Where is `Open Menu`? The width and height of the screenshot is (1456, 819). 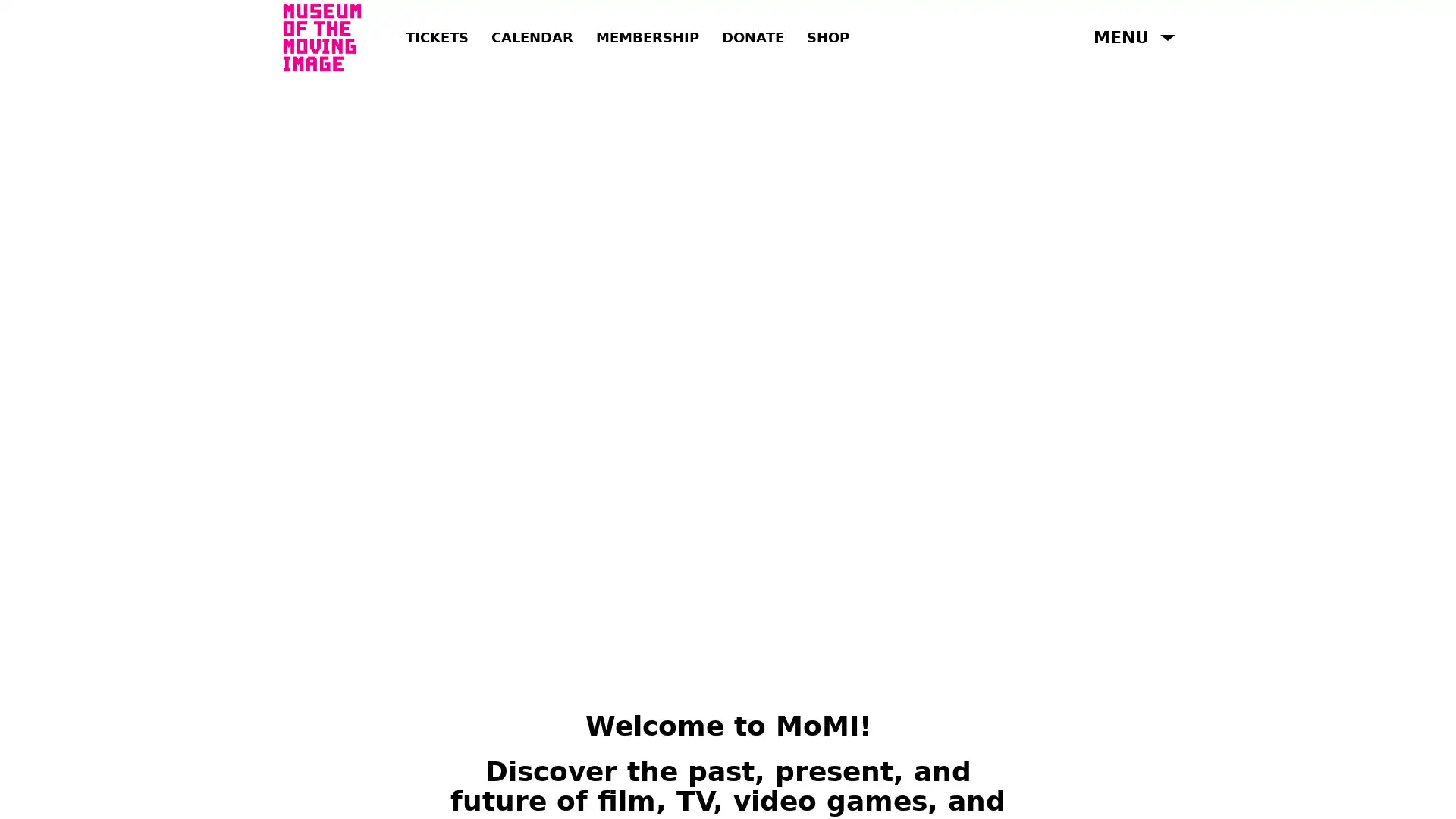 Open Menu is located at coordinates (1128, 36).